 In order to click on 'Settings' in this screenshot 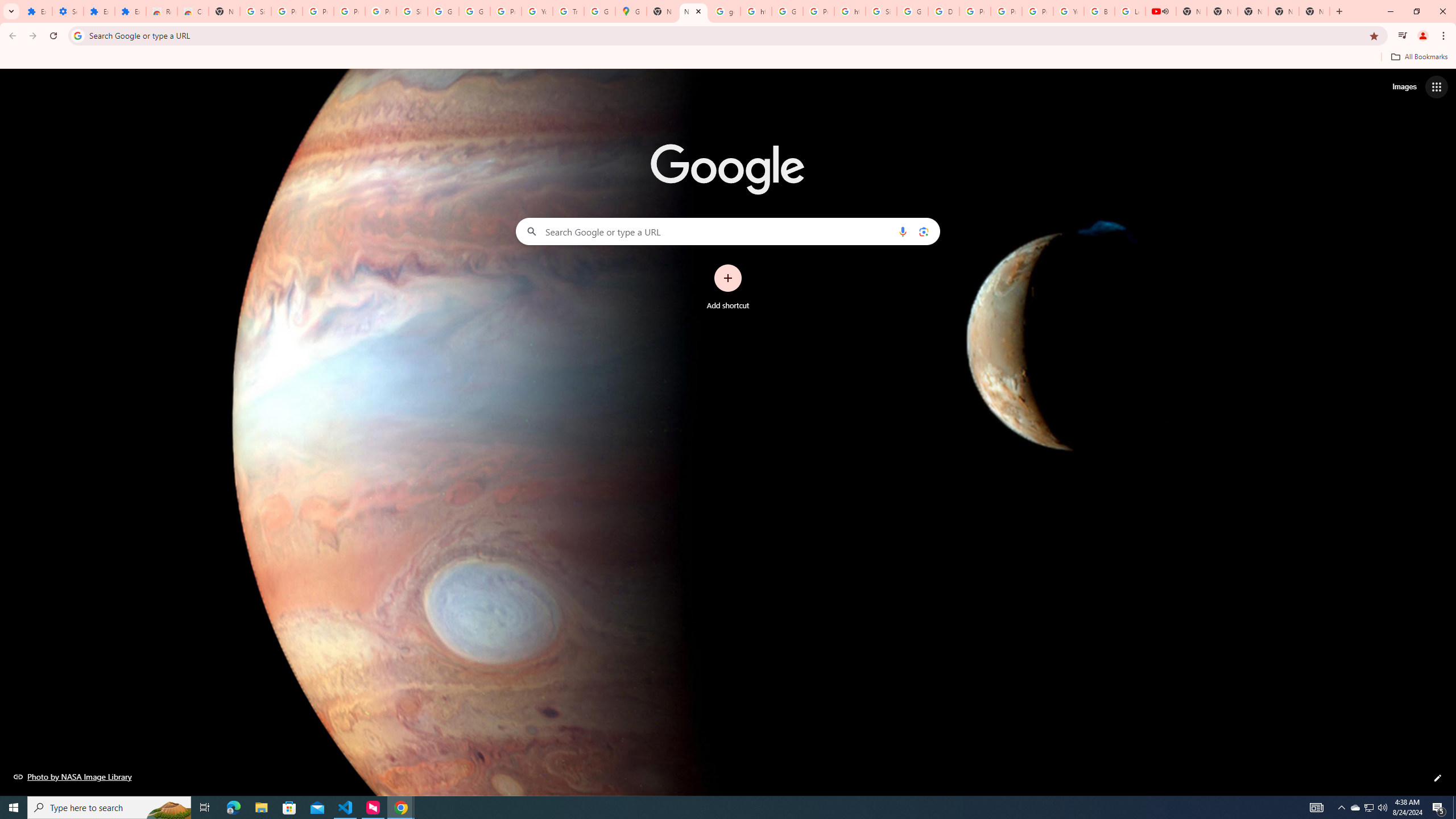, I will do `click(67, 11)`.